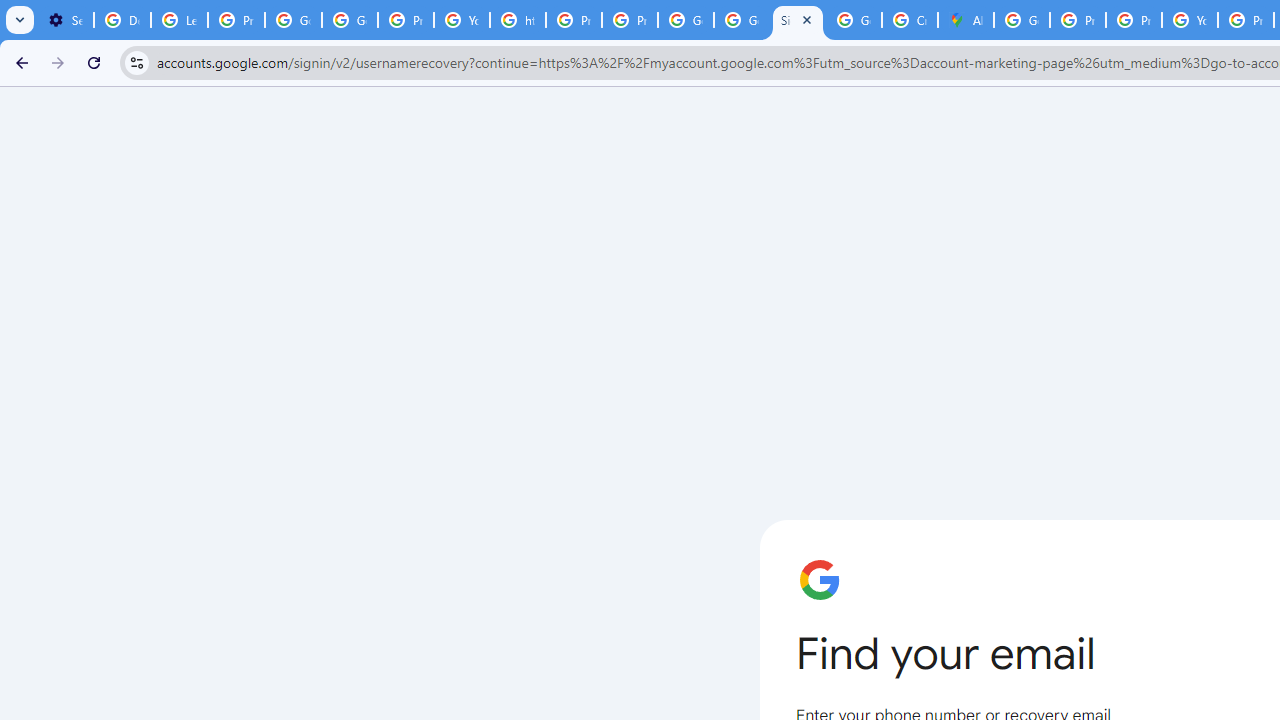 The width and height of the screenshot is (1280, 720). Describe the element at coordinates (65, 20) in the screenshot. I see `'Settings - On startup'` at that location.